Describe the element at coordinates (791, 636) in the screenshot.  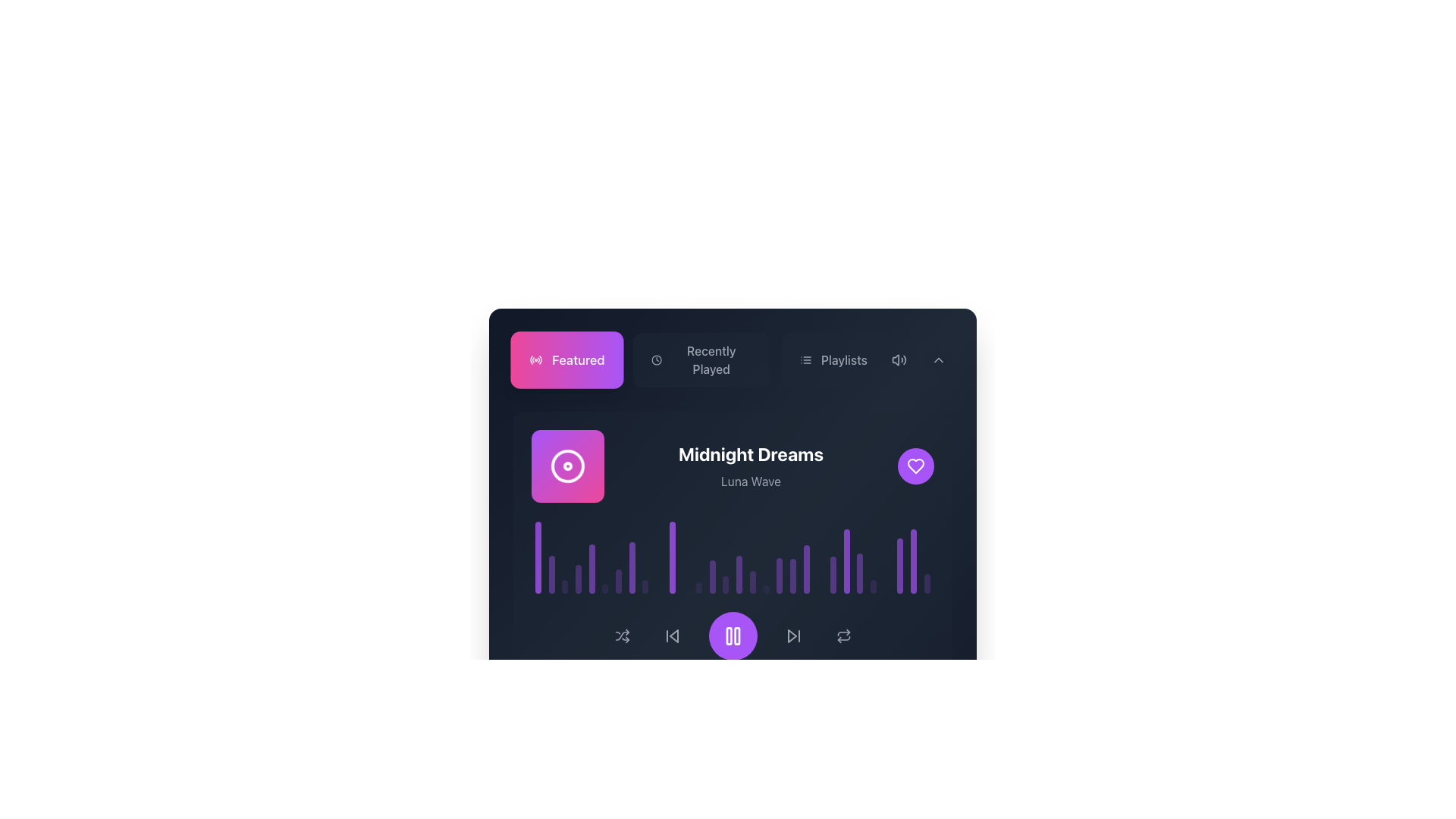
I see `the triangle icon representing skip-forward functionality, located in the lower control section of the interface, positioned near the bottom-right corner adjacent to a vertical line` at that location.